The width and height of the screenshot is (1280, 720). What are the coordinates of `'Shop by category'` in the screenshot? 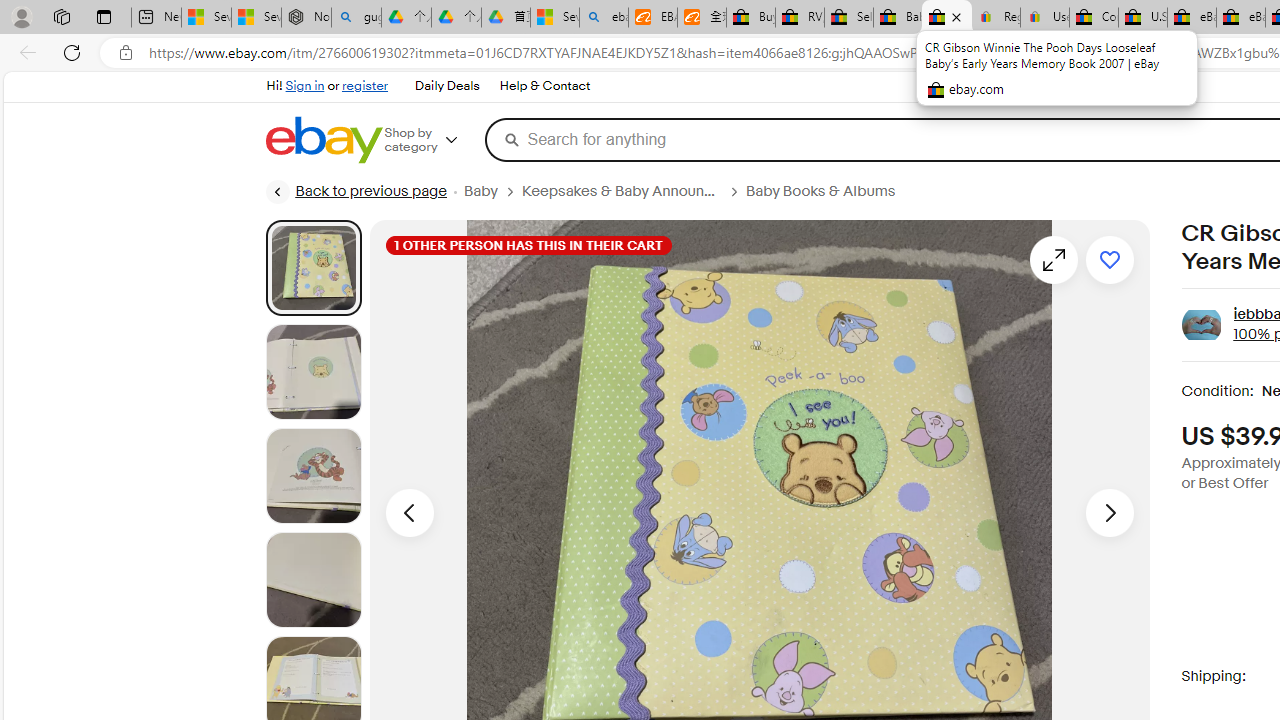 It's located at (433, 139).